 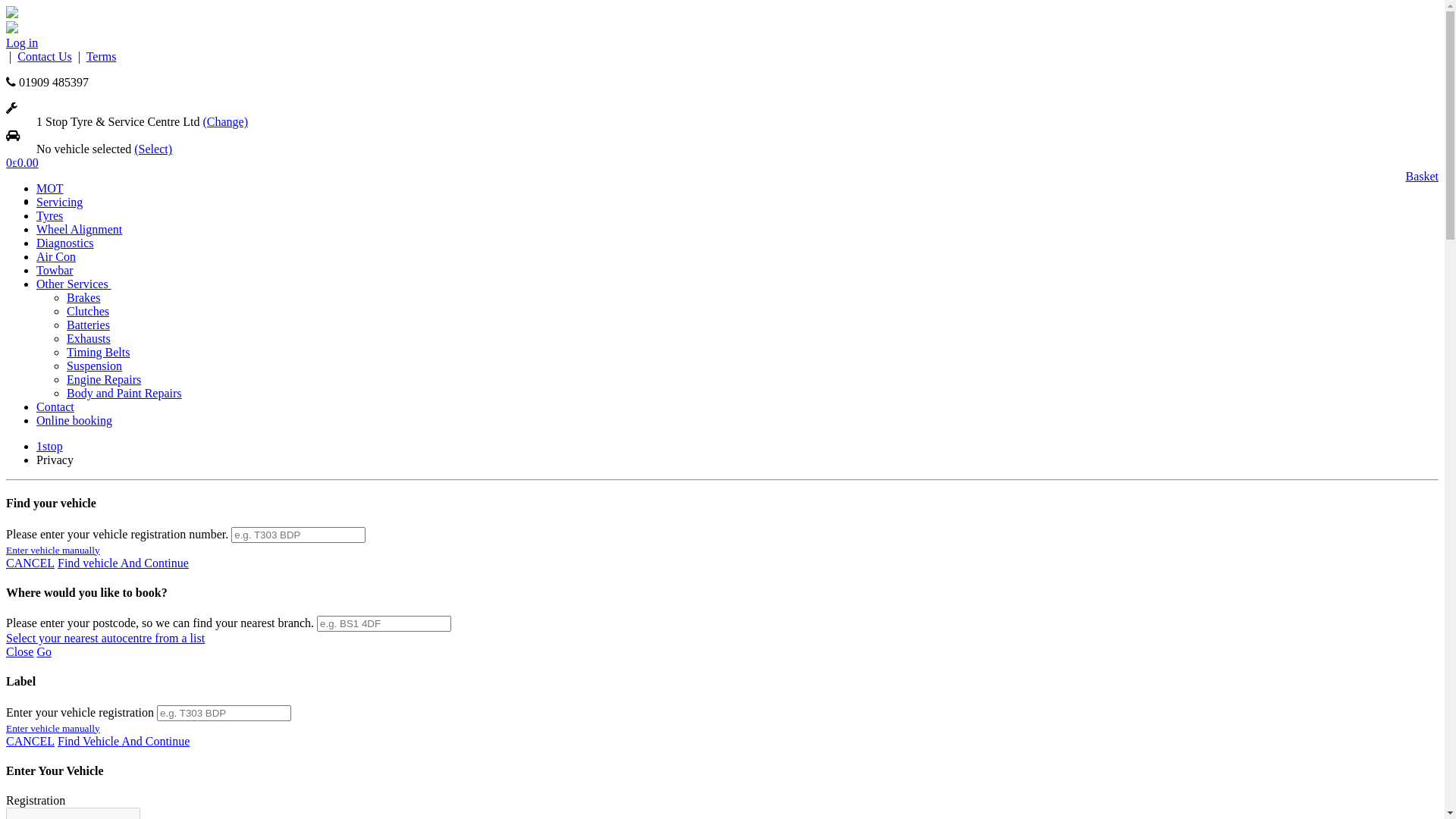 I want to click on 'Contact', so click(x=55, y=406).